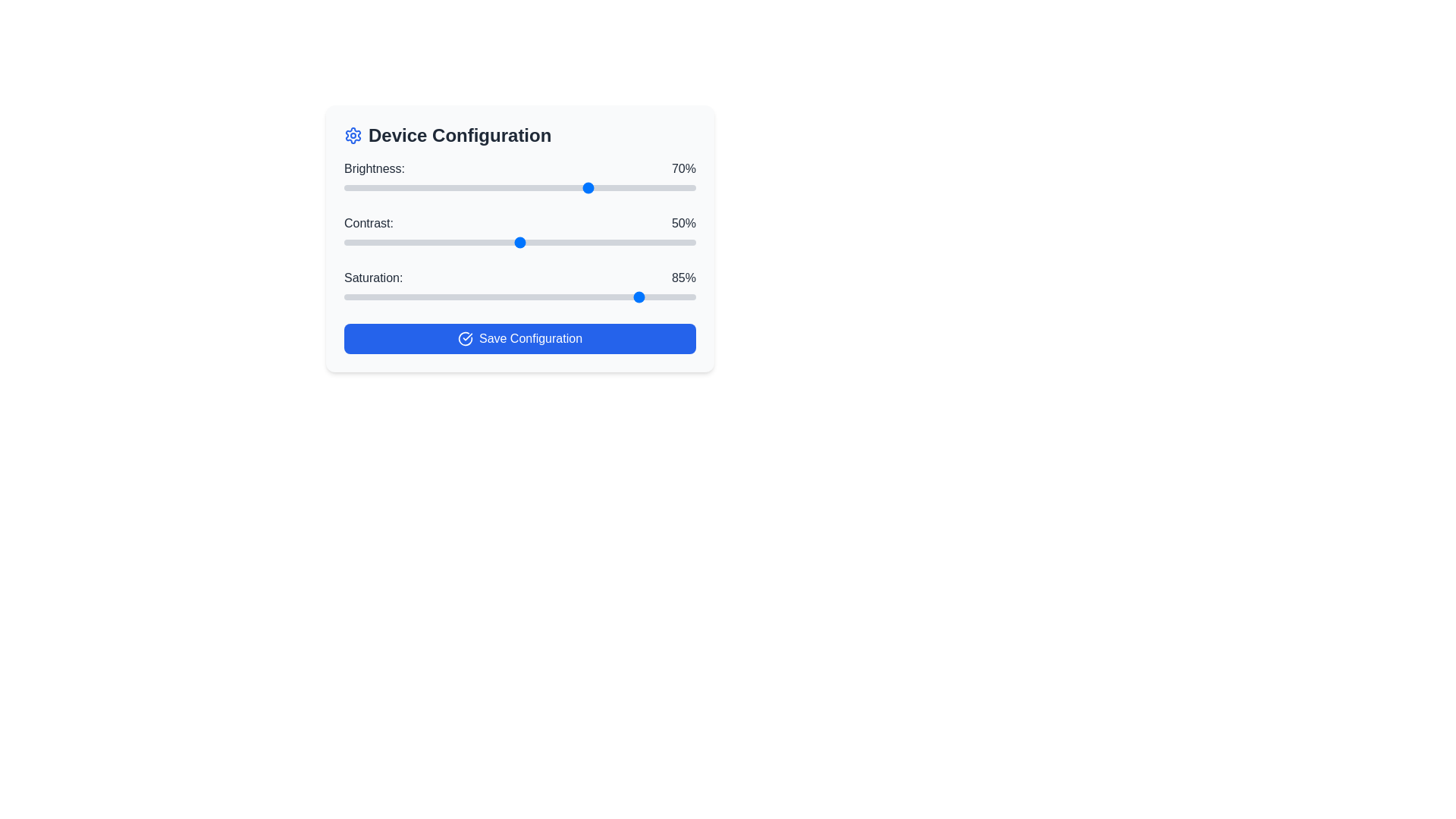 Image resolution: width=1456 pixels, height=819 pixels. Describe the element at coordinates (683, 169) in the screenshot. I see `the Text Label displaying '70%' in bold font within the Brightness settings row of the configuration panel, located at the far right of the row` at that location.